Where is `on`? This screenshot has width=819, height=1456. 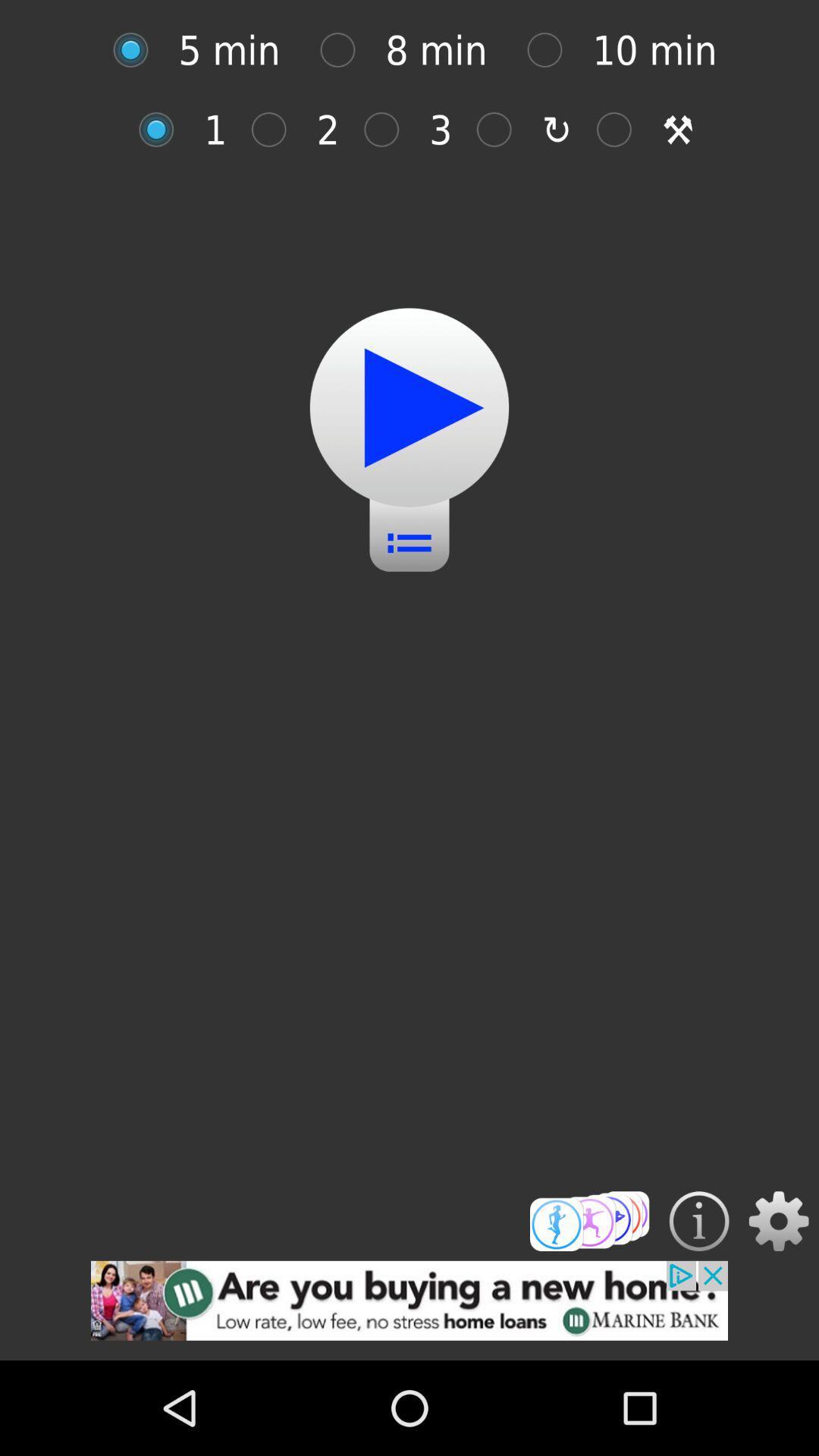
on is located at coordinates (164, 130).